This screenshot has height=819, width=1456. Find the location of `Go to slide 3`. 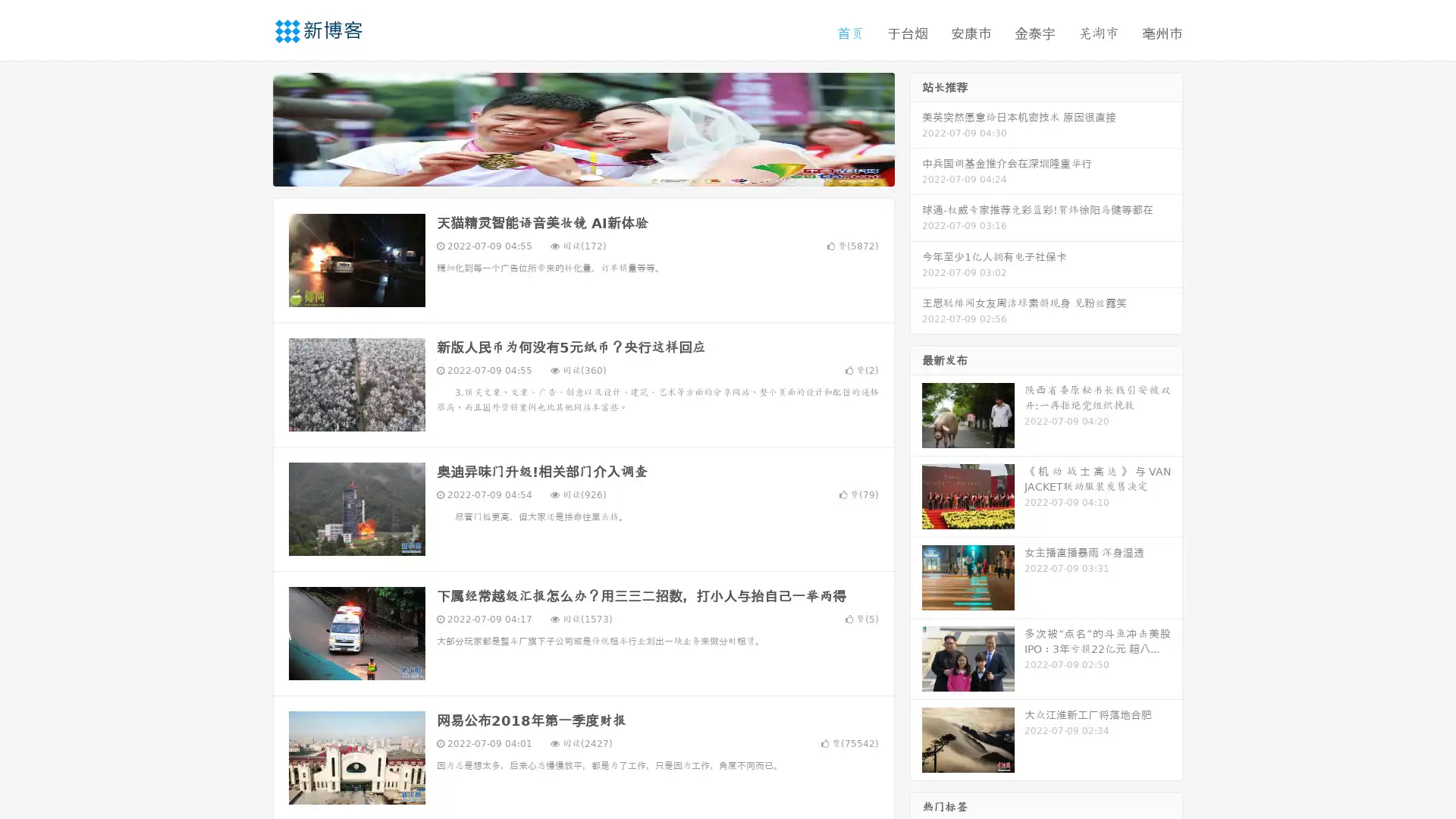

Go to slide 3 is located at coordinates (598, 171).